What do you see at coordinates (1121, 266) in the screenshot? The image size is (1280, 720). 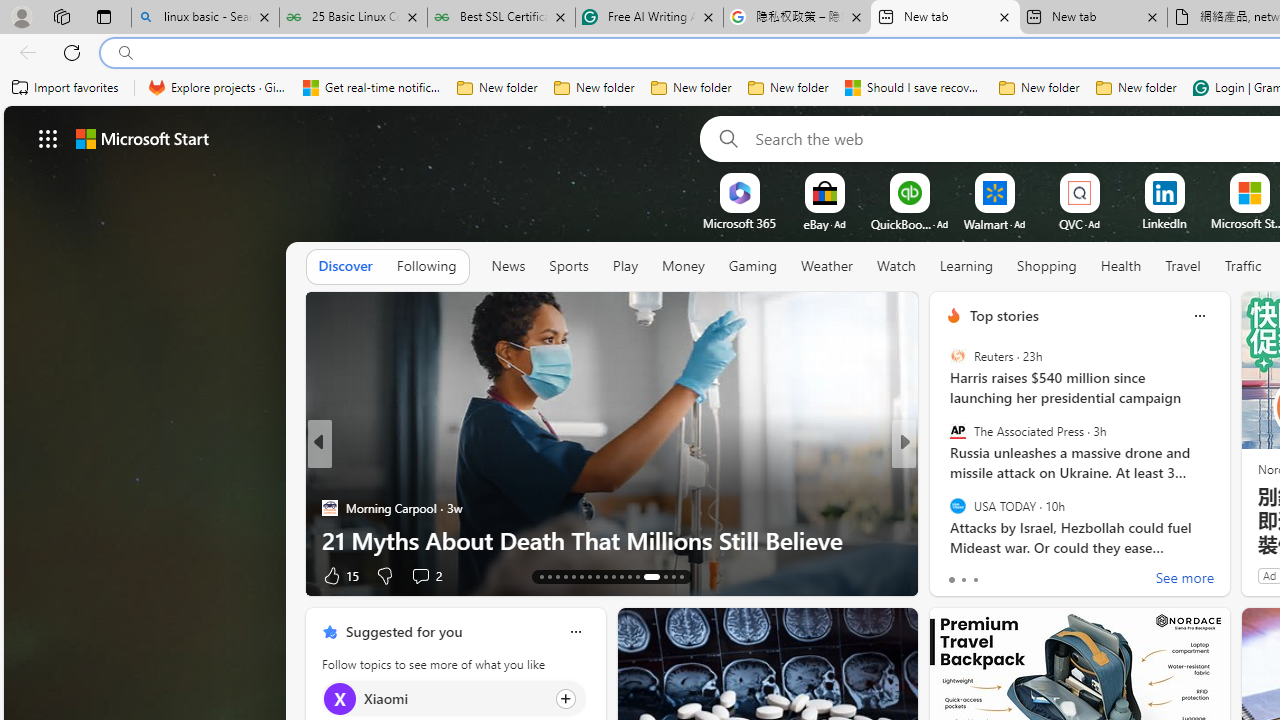 I see `'Health'` at bounding box center [1121, 266].